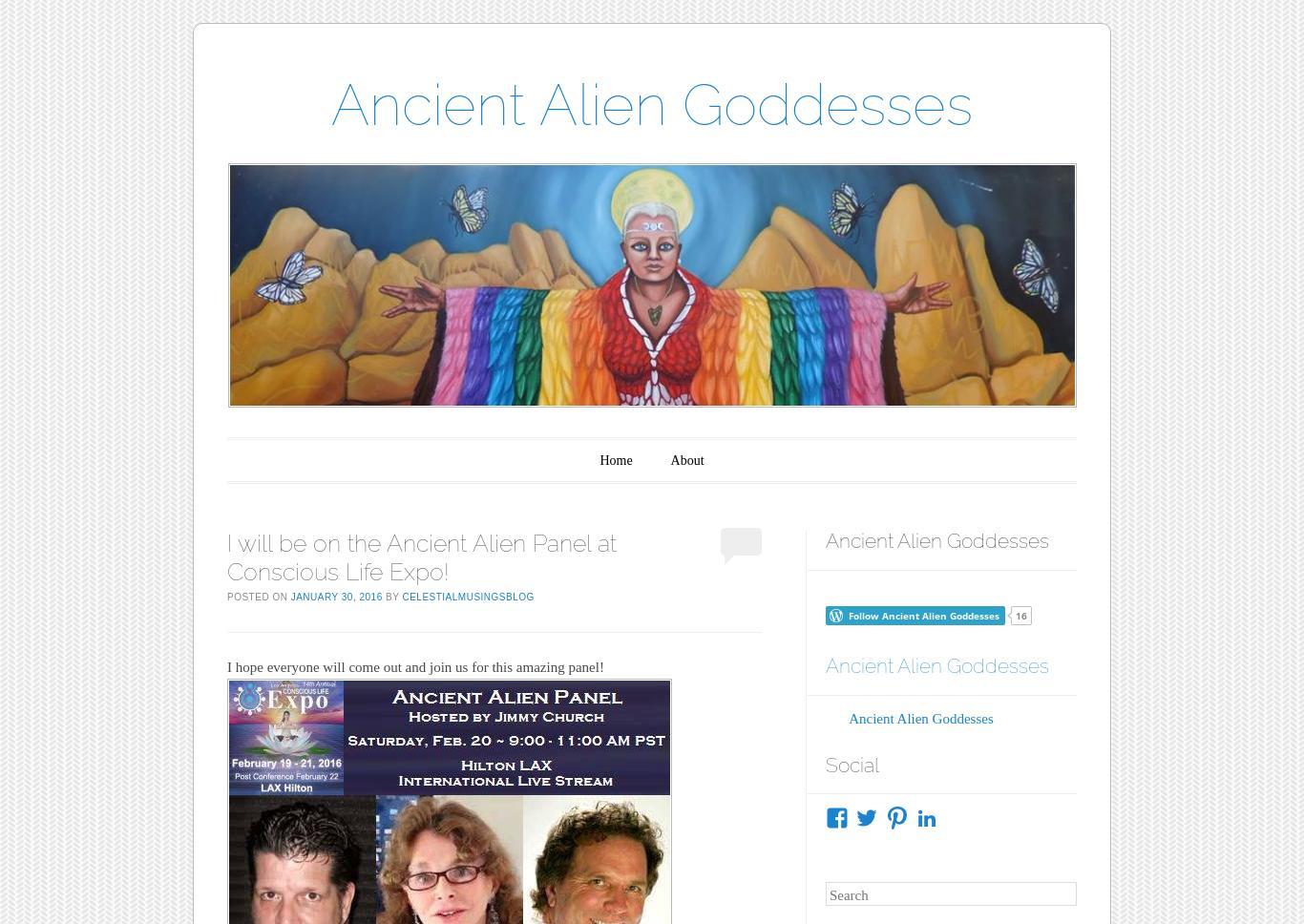 The image size is (1304, 924). What do you see at coordinates (226, 556) in the screenshot?
I see `'I will be on the Ancient Alien Panel at Conscious Life Expo!'` at bounding box center [226, 556].